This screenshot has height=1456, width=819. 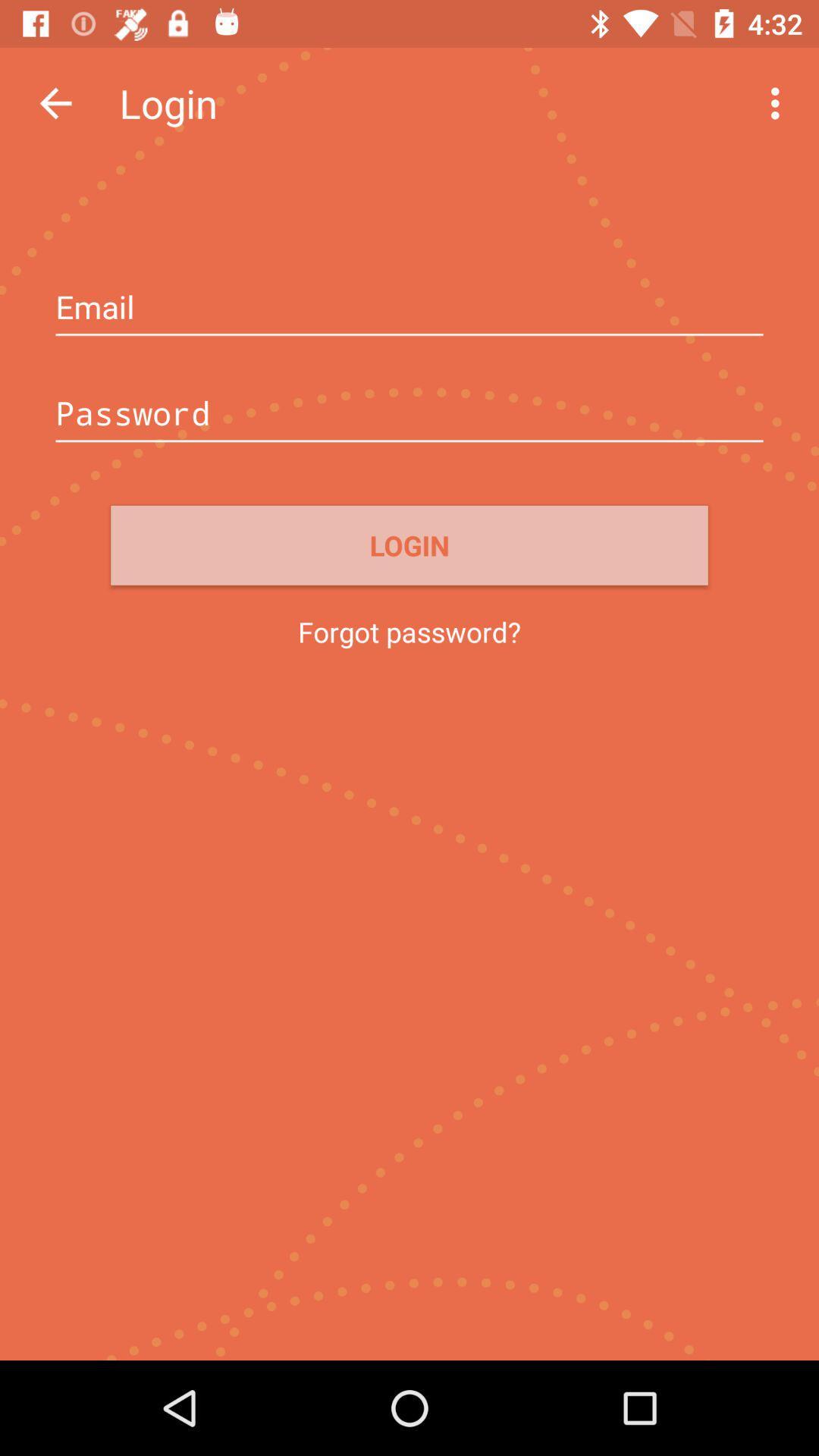 What do you see at coordinates (55, 102) in the screenshot?
I see `backword option` at bounding box center [55, 102].